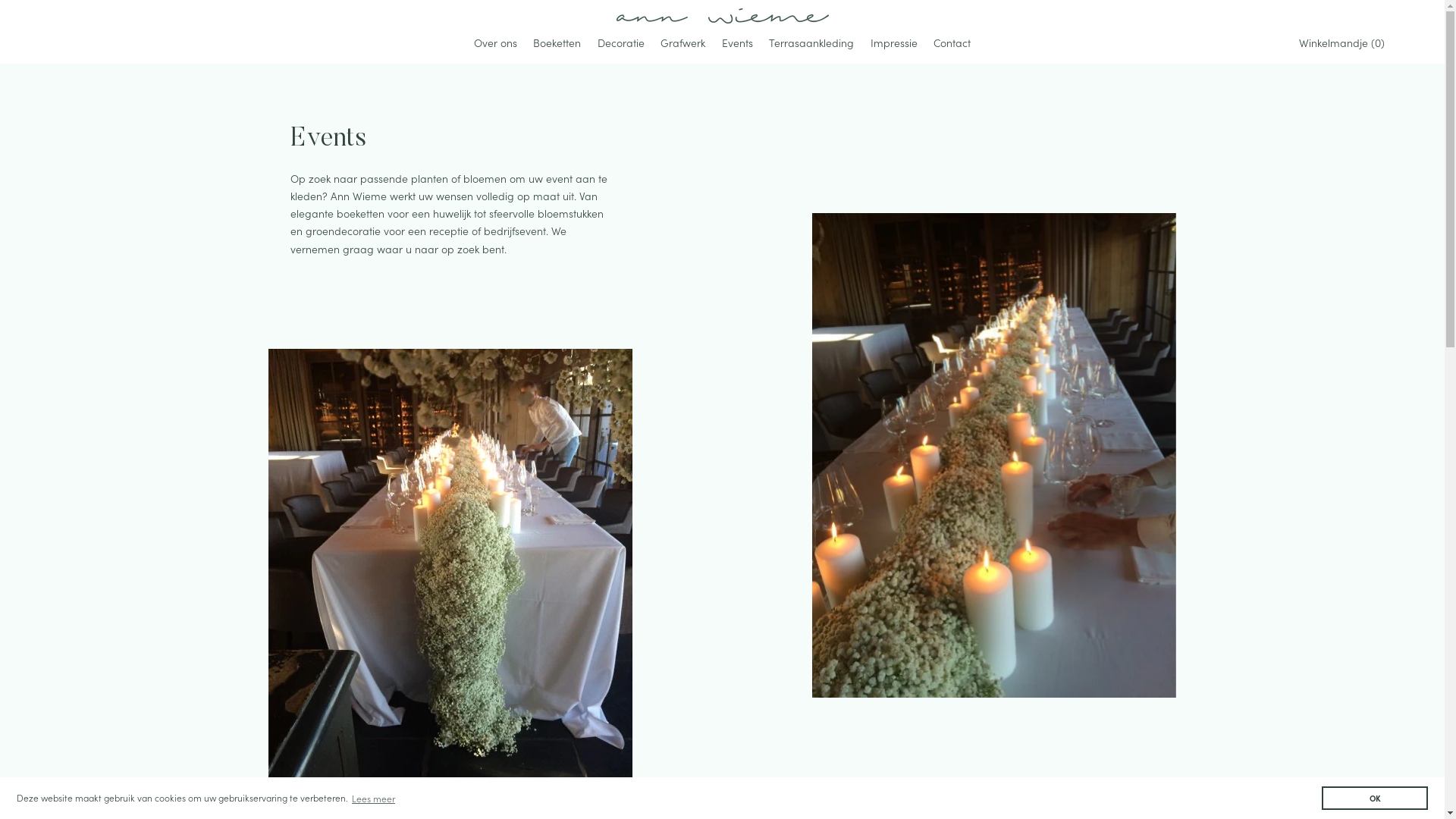  What do you see at coordinates (737, 43) in the screenshot?
I see `'Events'` at bounding box center [737, 43].